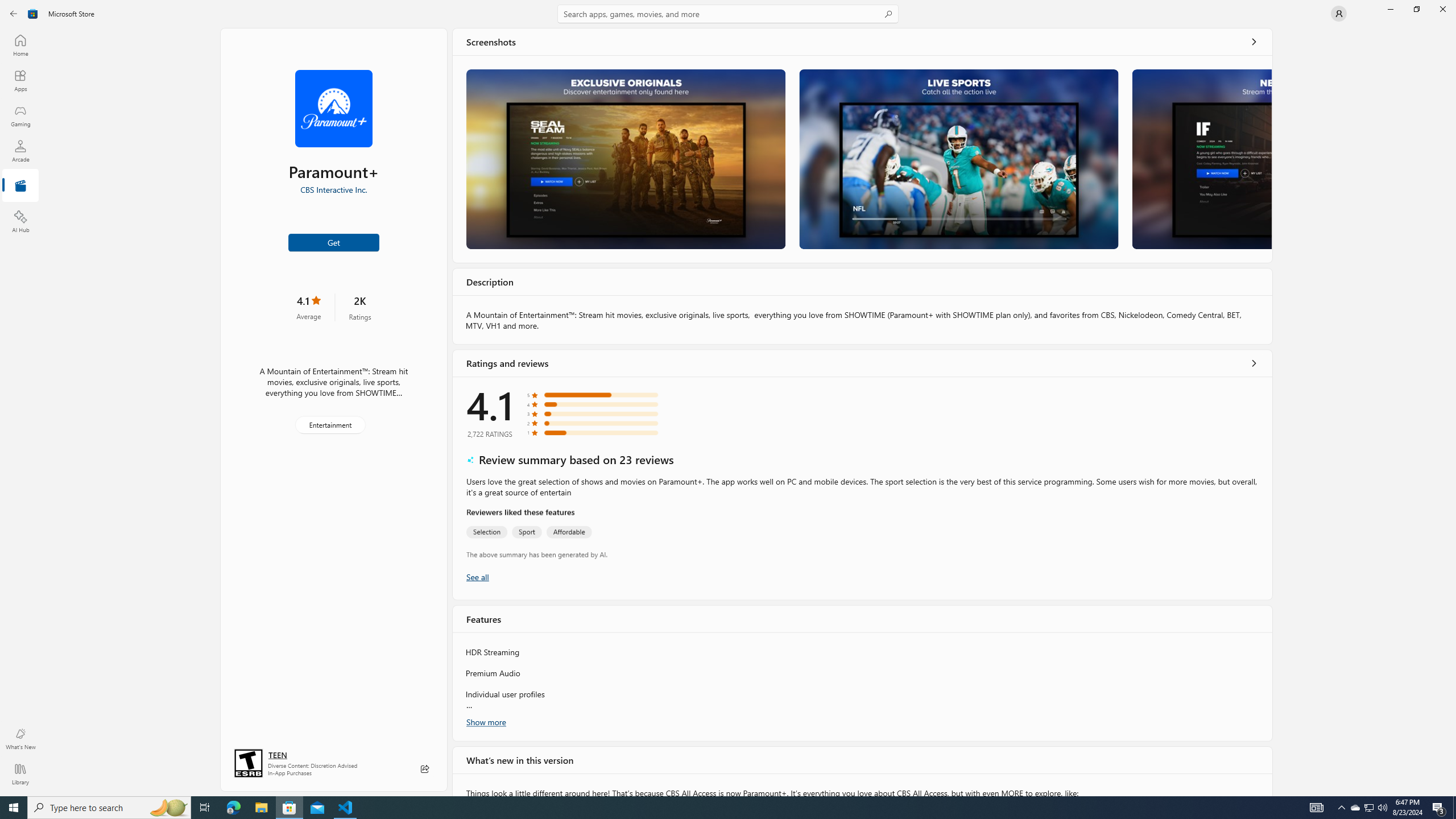 The height and width of the screenshot is (819, 1456). Describe the element at coordinates (14, 13) in the screenshot. I see `'Back'` at that location.